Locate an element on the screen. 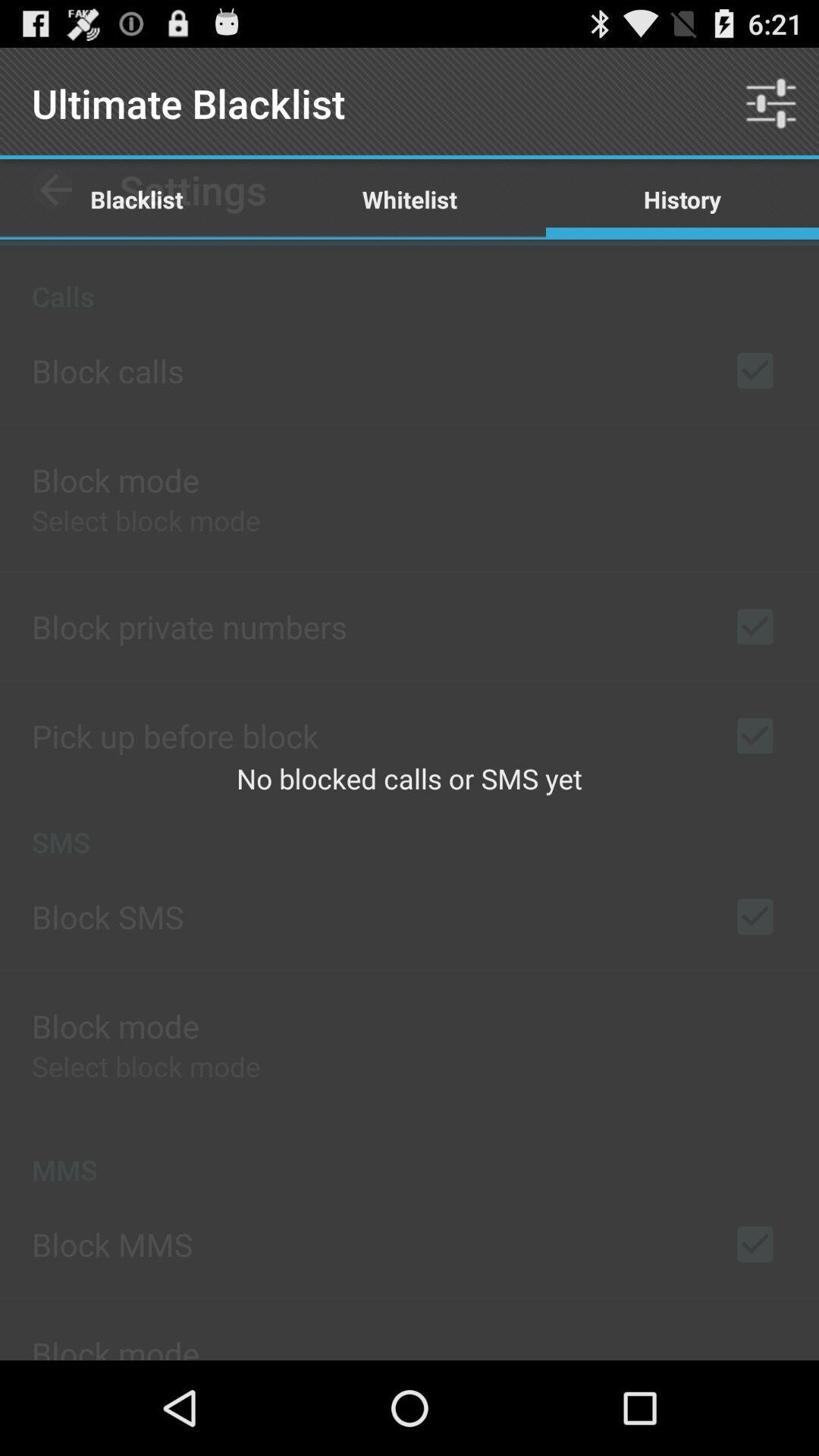 Image resolution: width=819 pixels, height=1456 pixels. item next to whitelist icon is located at coordinates (771, 102).